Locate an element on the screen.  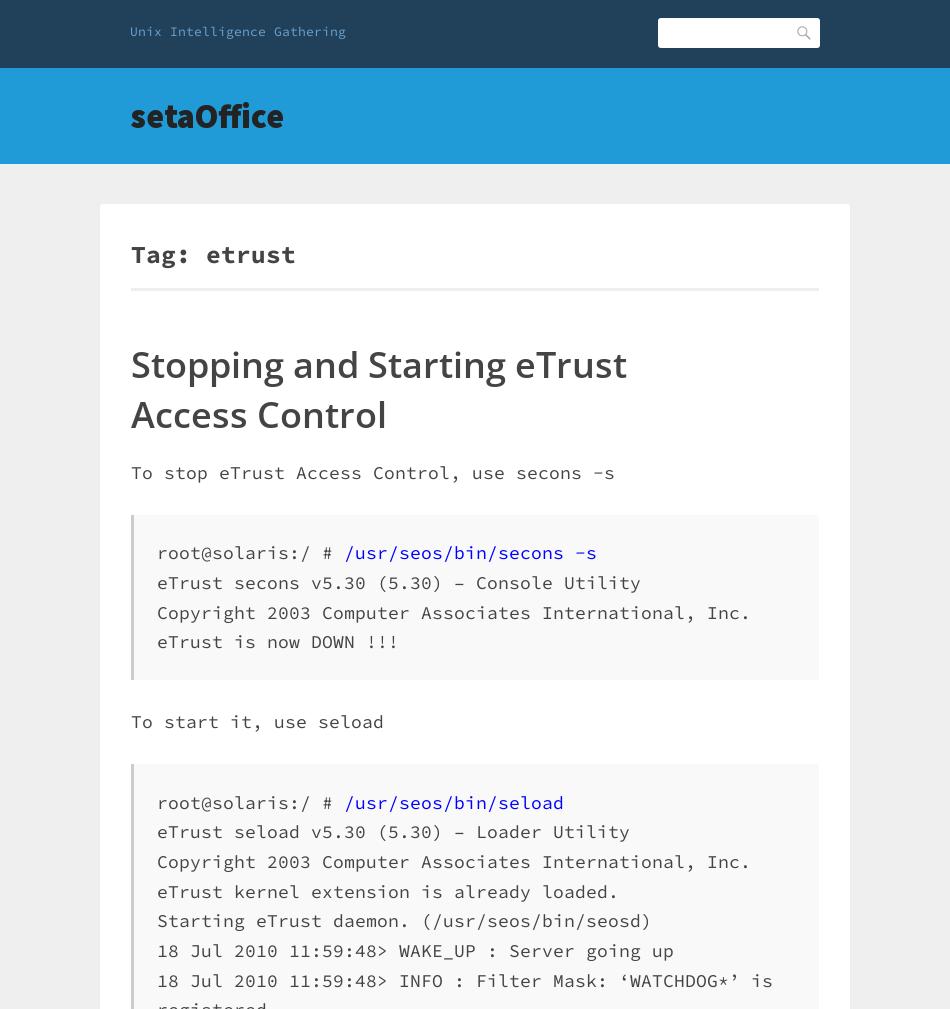
'/usr/seos/bin/seload' is located at coordinates (453, 801).